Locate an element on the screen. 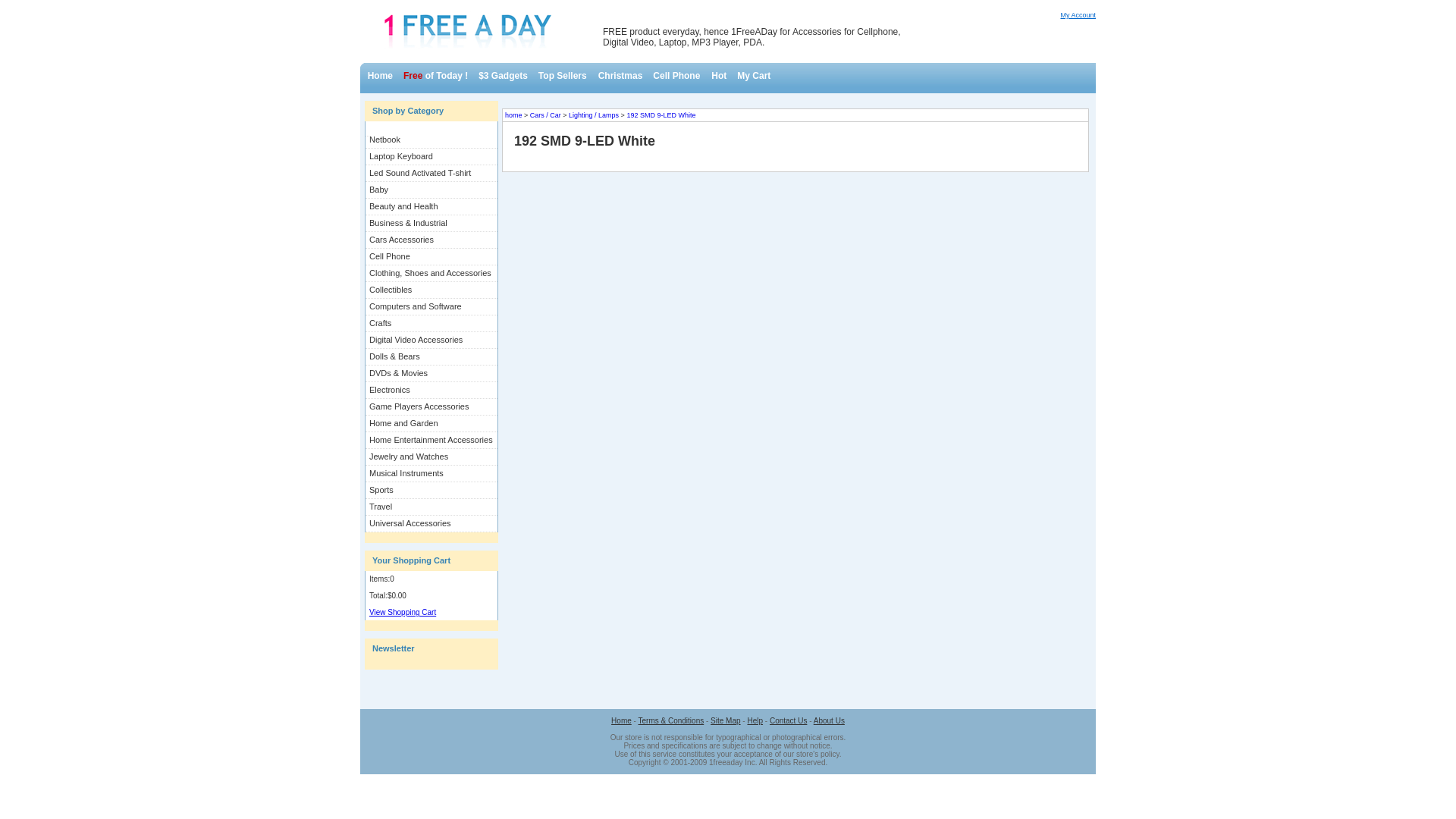  'Home and Garden' is located at coordinates (432, 423).